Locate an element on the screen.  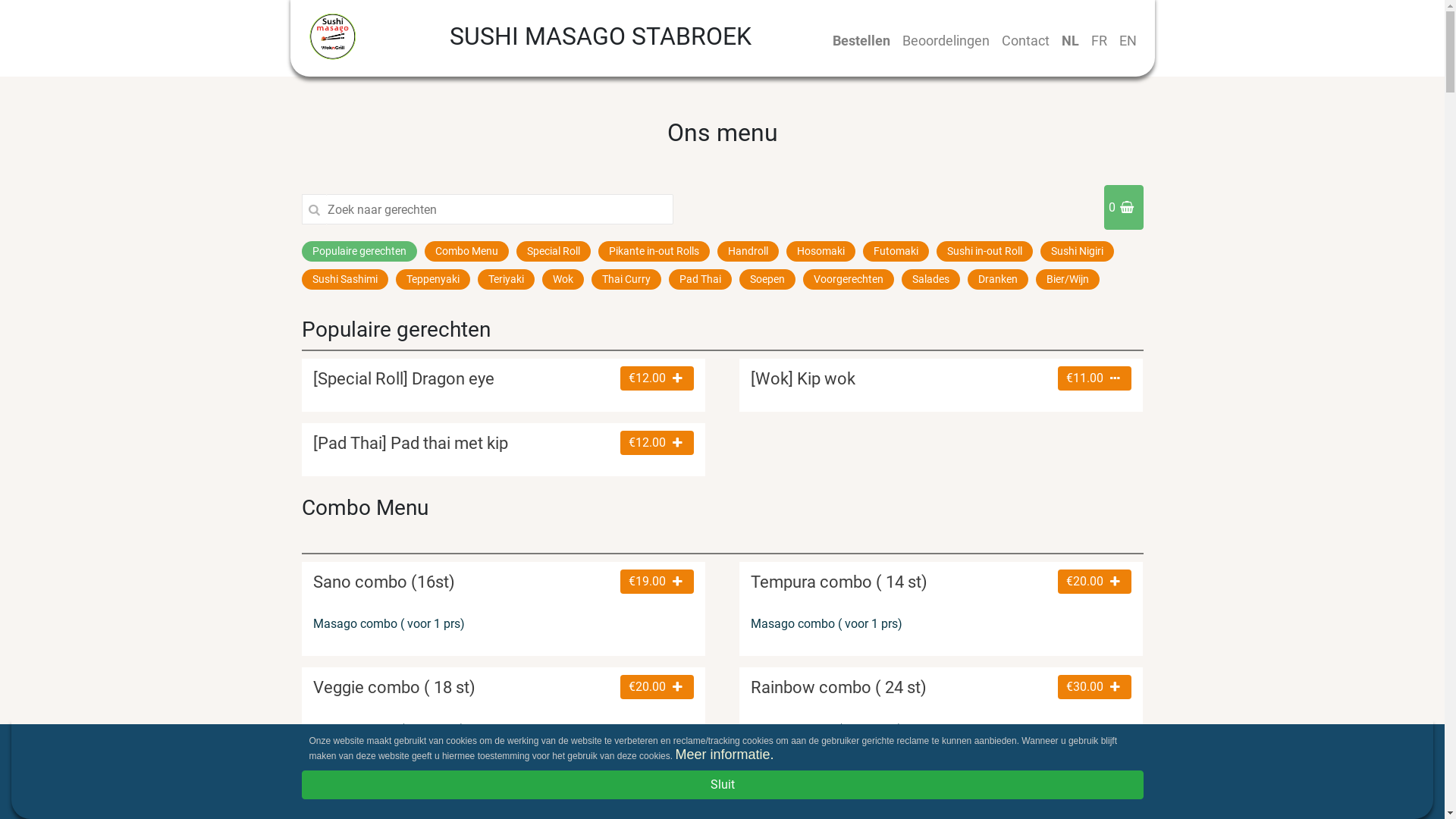
'Salades' is located at coordinates (901, 279).